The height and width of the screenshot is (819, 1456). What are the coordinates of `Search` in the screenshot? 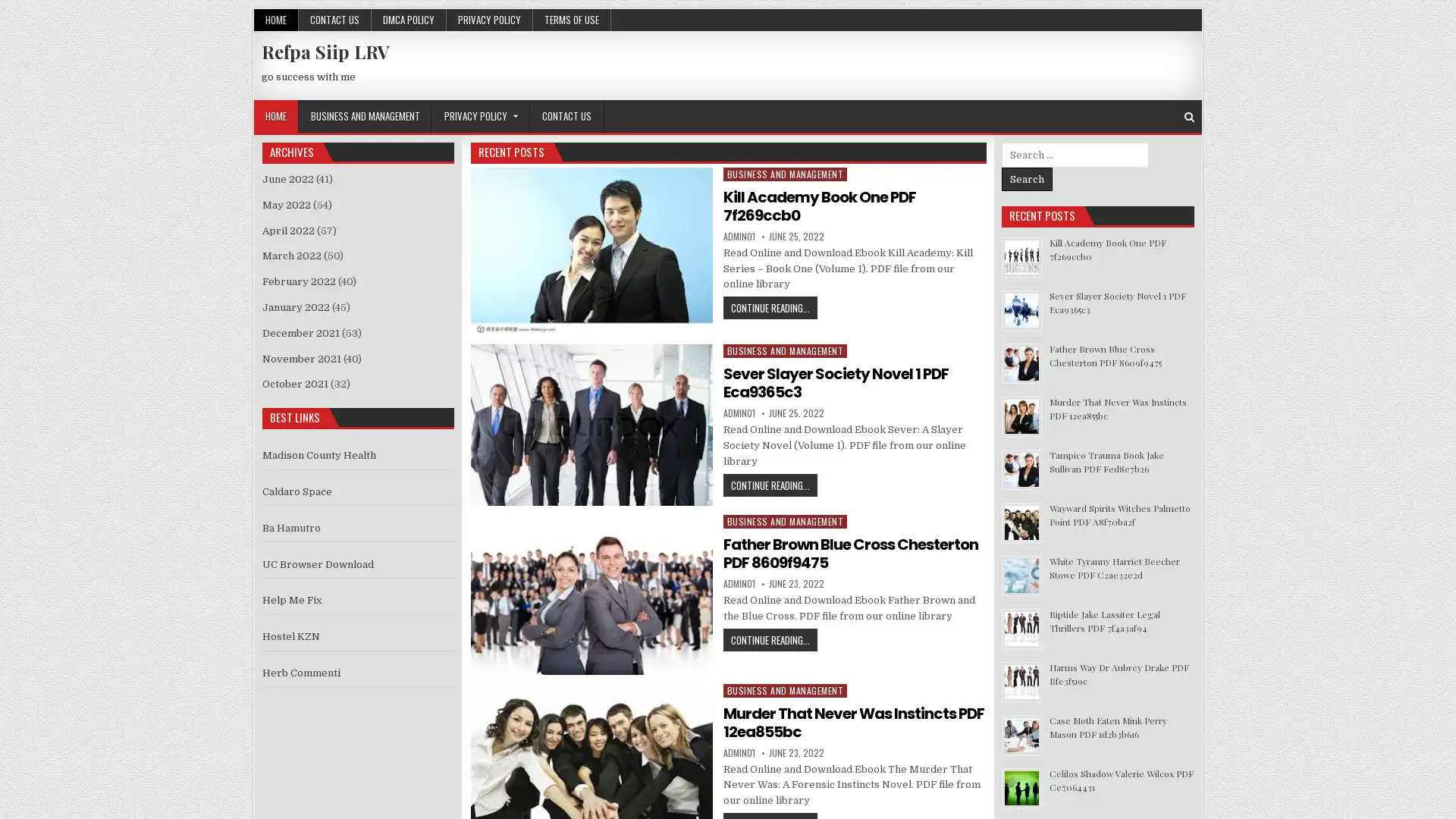 It's located at (1027, 178).